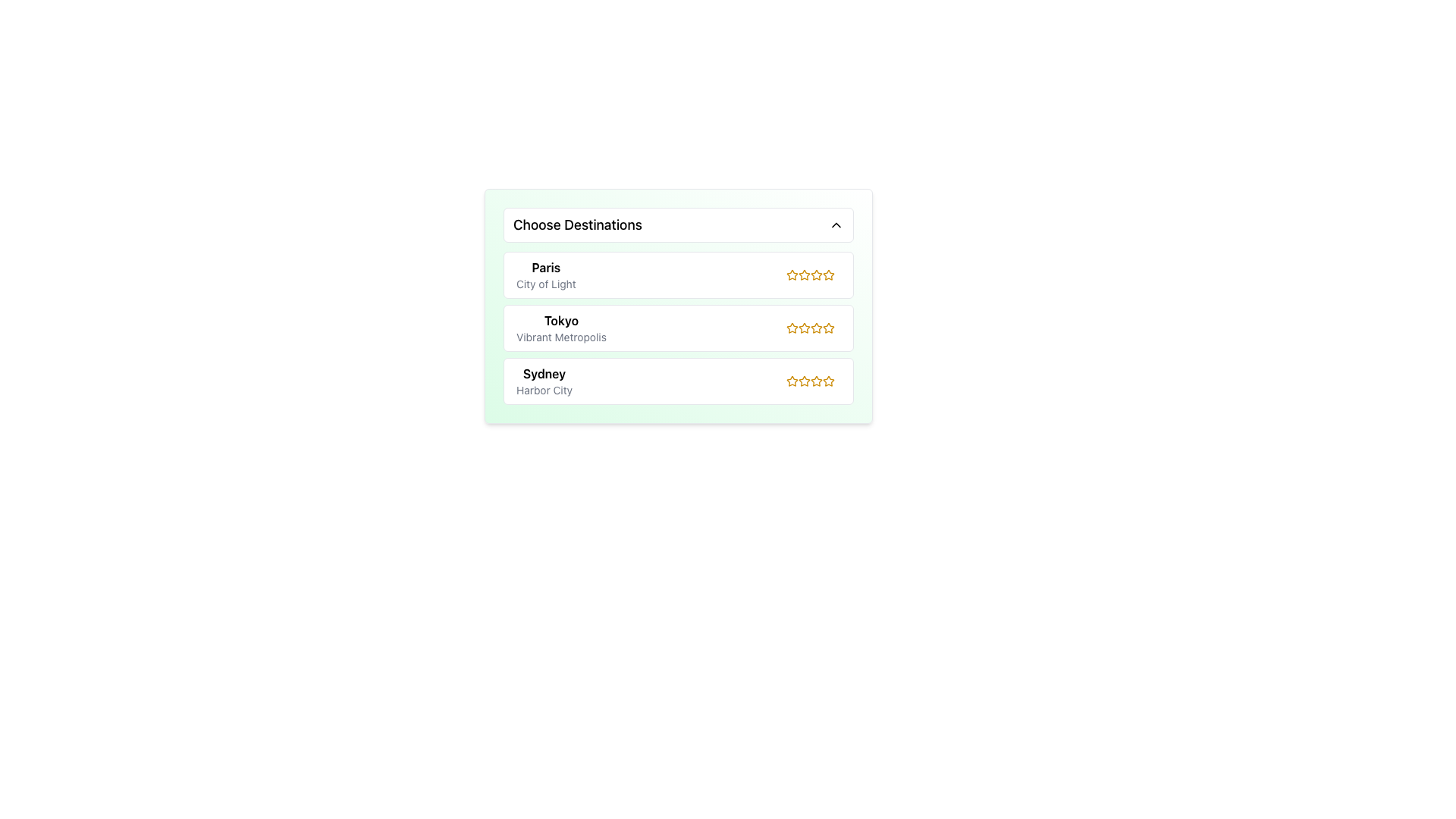  Describe the element at coordinates (828, 380) in the screenshot. I see `the fifth star icon representing the rating level for 'Sydney'` at that location.